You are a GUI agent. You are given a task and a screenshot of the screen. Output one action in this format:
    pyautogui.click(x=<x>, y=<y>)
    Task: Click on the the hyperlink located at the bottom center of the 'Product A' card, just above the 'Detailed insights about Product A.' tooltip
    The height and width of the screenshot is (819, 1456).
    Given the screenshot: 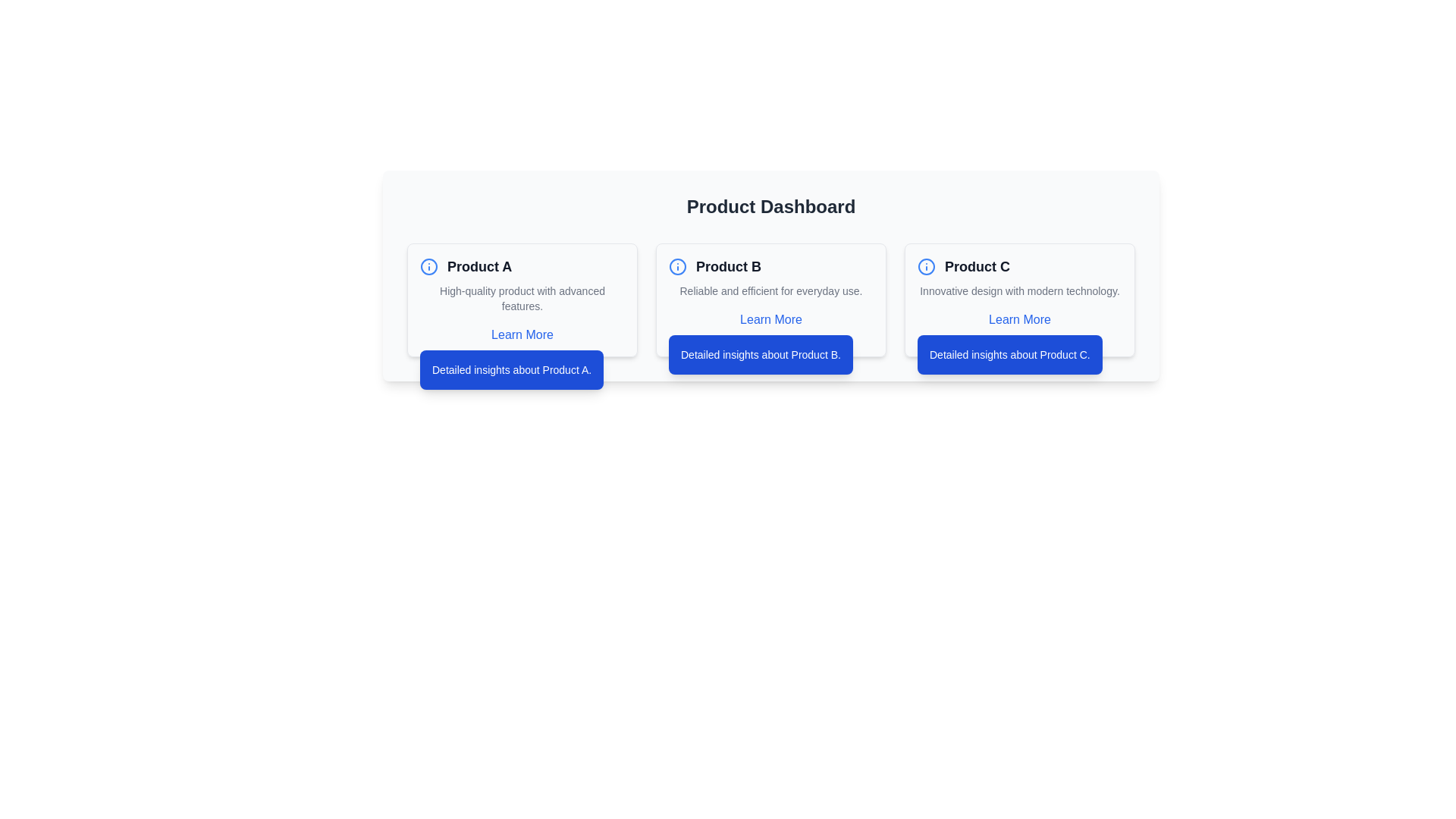 What is the action you would take?
    pyautogui.click(x=522, y=334)
    